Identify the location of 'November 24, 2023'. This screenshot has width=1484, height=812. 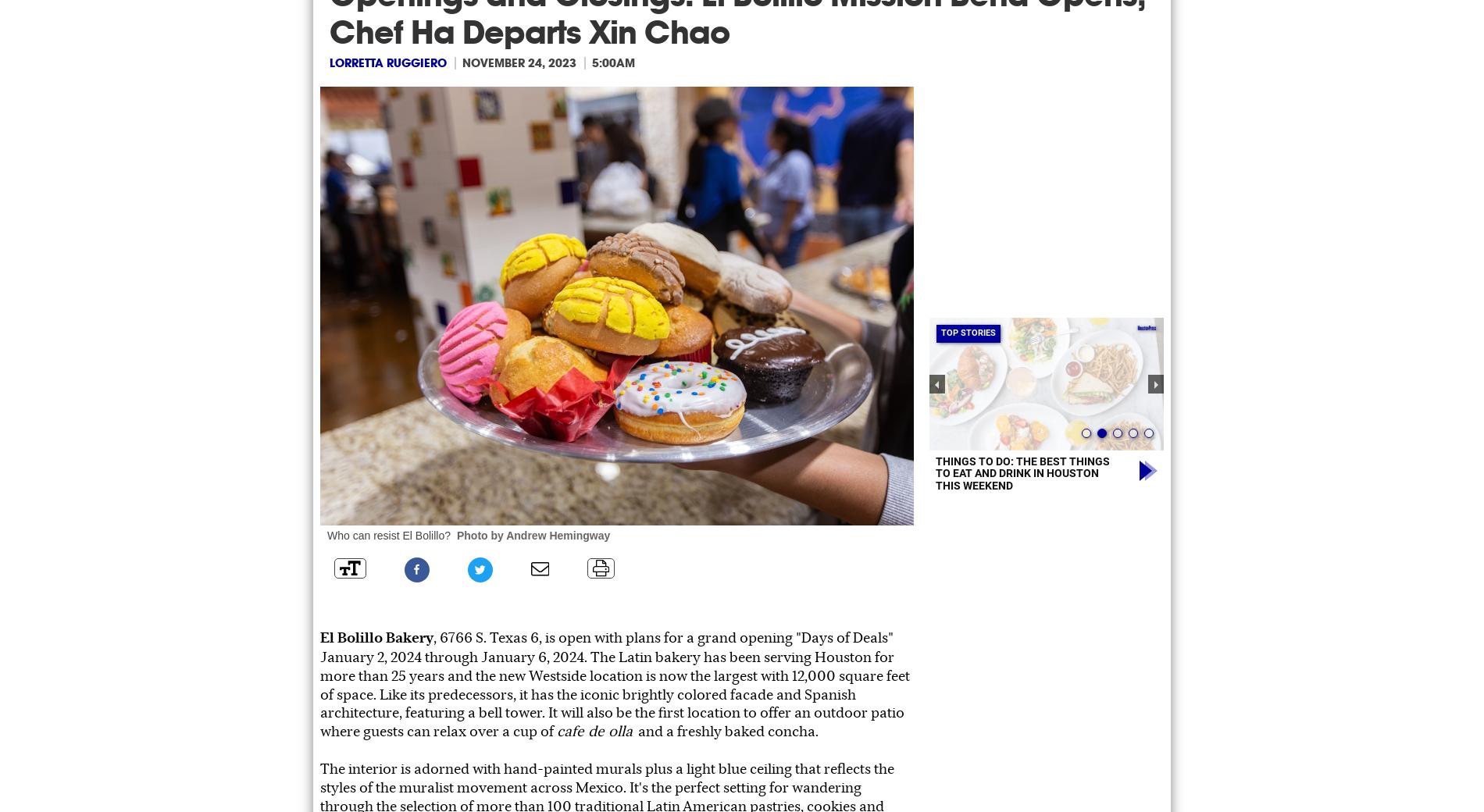
(519, 62).